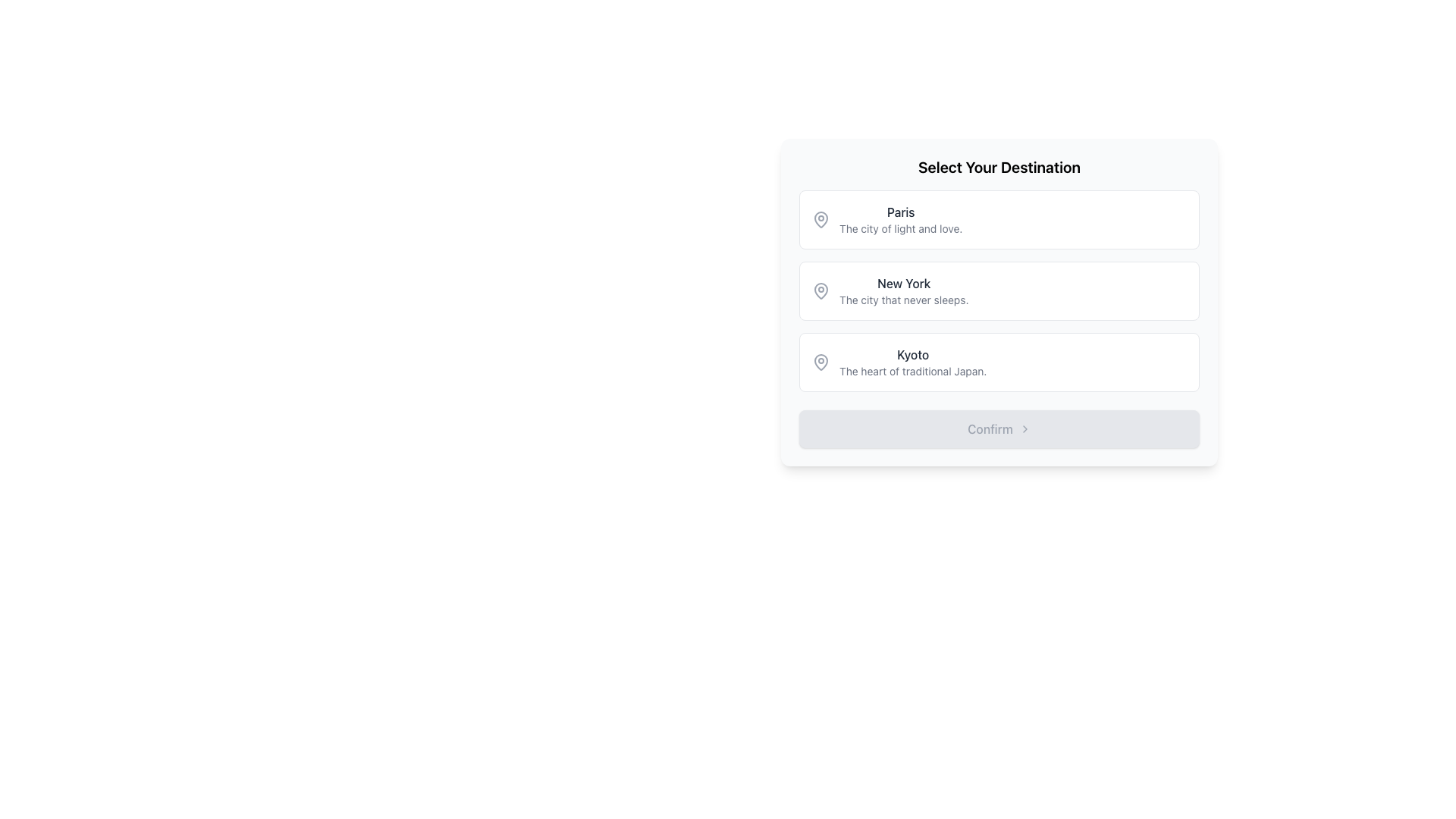 The image size is (1456, 819). I want to click on the middle card in the vertical stack of selectable cards representing destinations, which includes 'Paris', 'New York', and 'Kyoto', so click(999, 291).